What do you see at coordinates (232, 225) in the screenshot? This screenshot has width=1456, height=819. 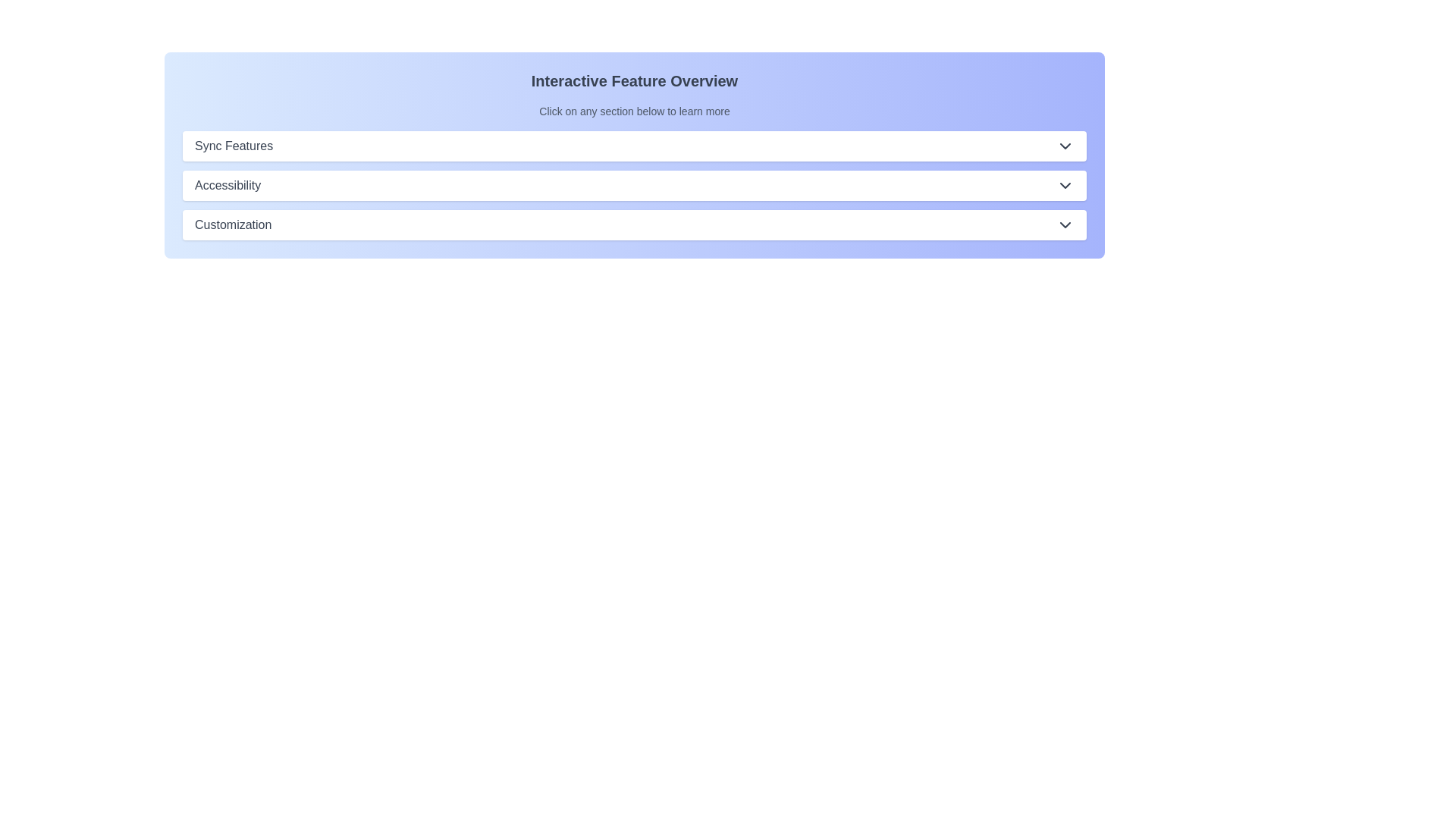 I see `the 'Customization' text label, which is styled in medium font and aligned within a horizontal bar, positioned third in a vertically stacked list of selectable sections` at bounding box center [232, 225].